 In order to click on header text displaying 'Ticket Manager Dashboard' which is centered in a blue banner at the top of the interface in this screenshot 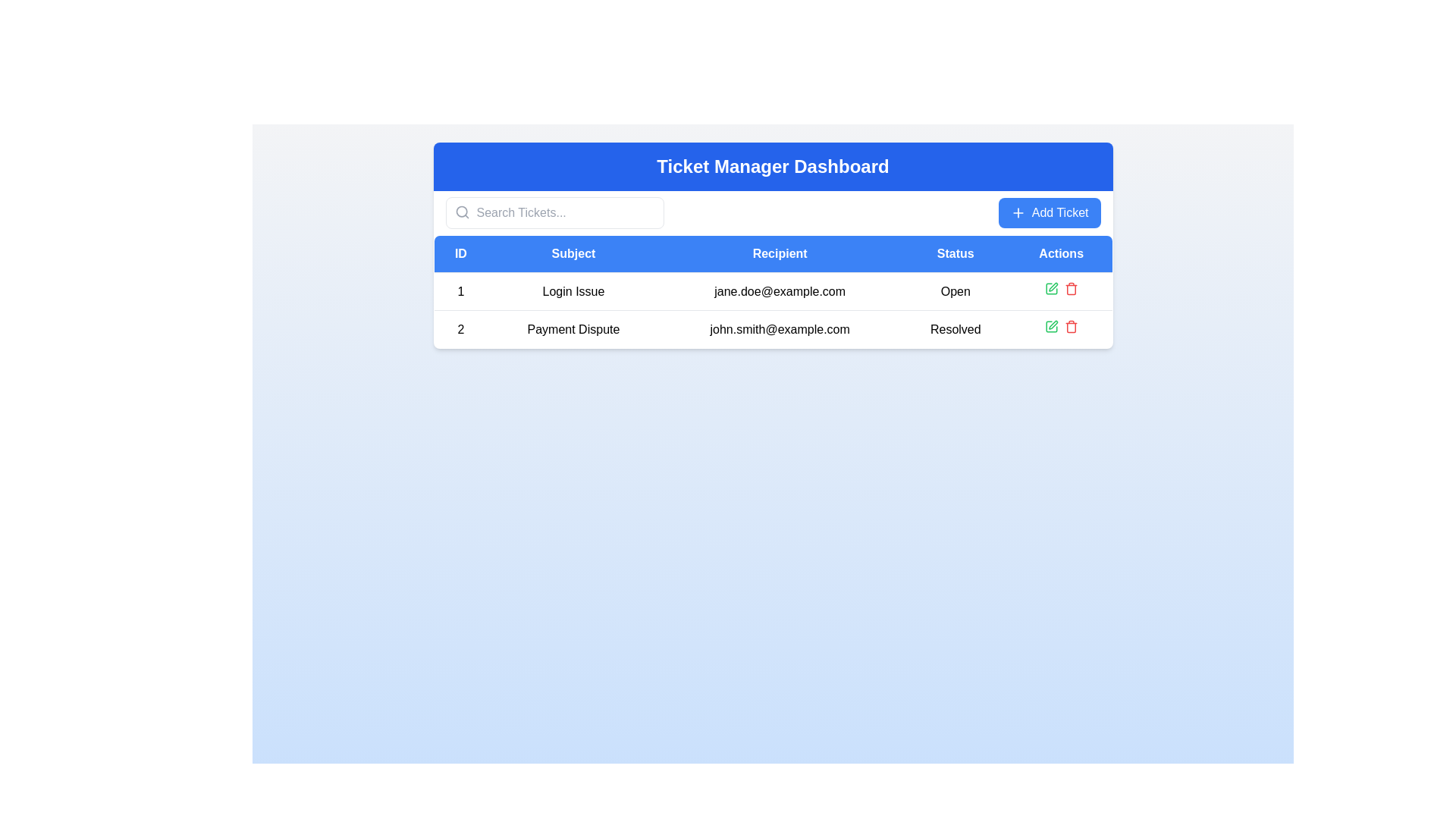, I will do `click(773, 166)`.